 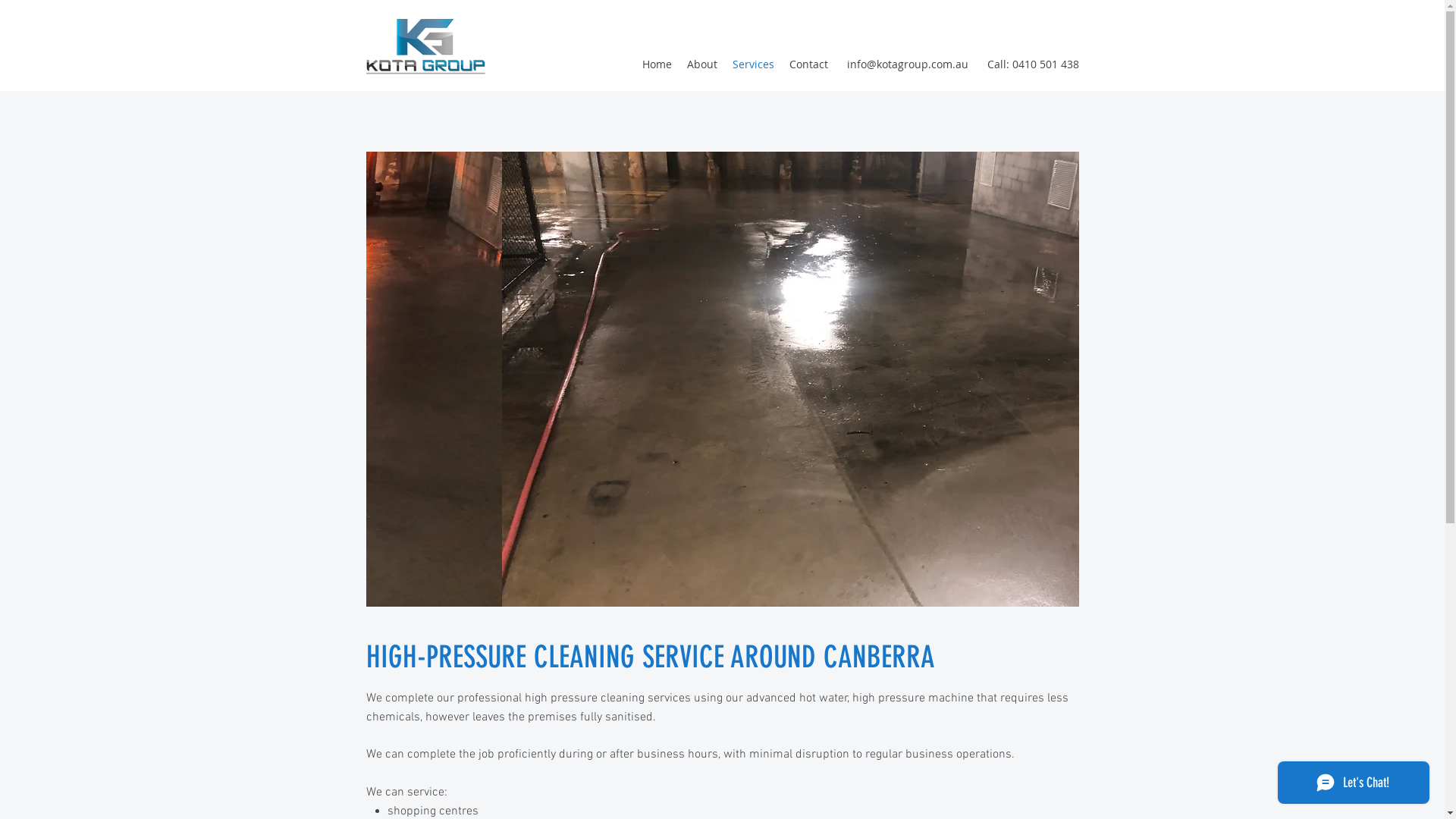 I want to click on 'info@kotagroup.com.au', so click(x=906, y=63).